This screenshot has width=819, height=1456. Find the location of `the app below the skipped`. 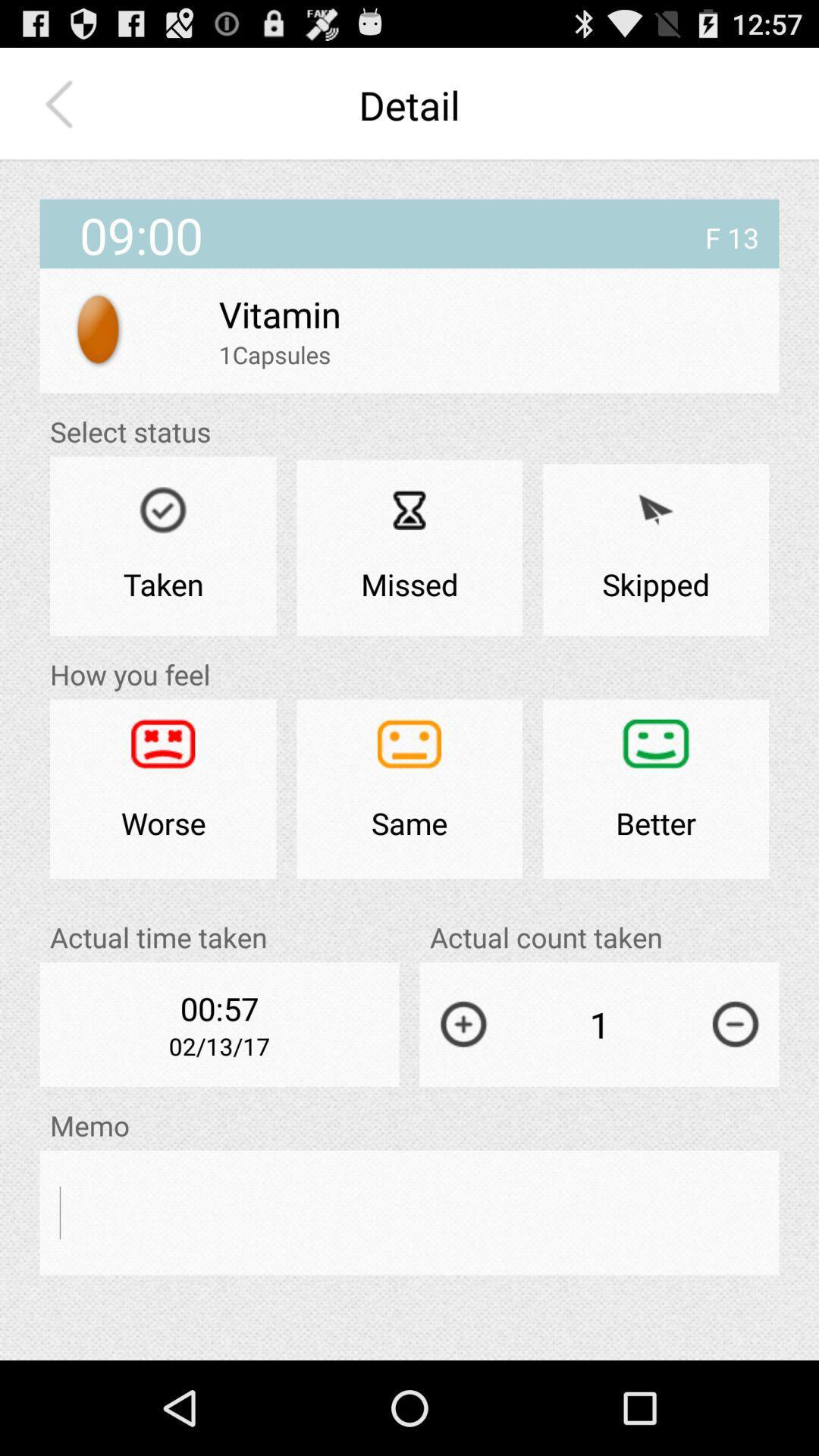

the app below the skipped is located at coordinates (655, 789).